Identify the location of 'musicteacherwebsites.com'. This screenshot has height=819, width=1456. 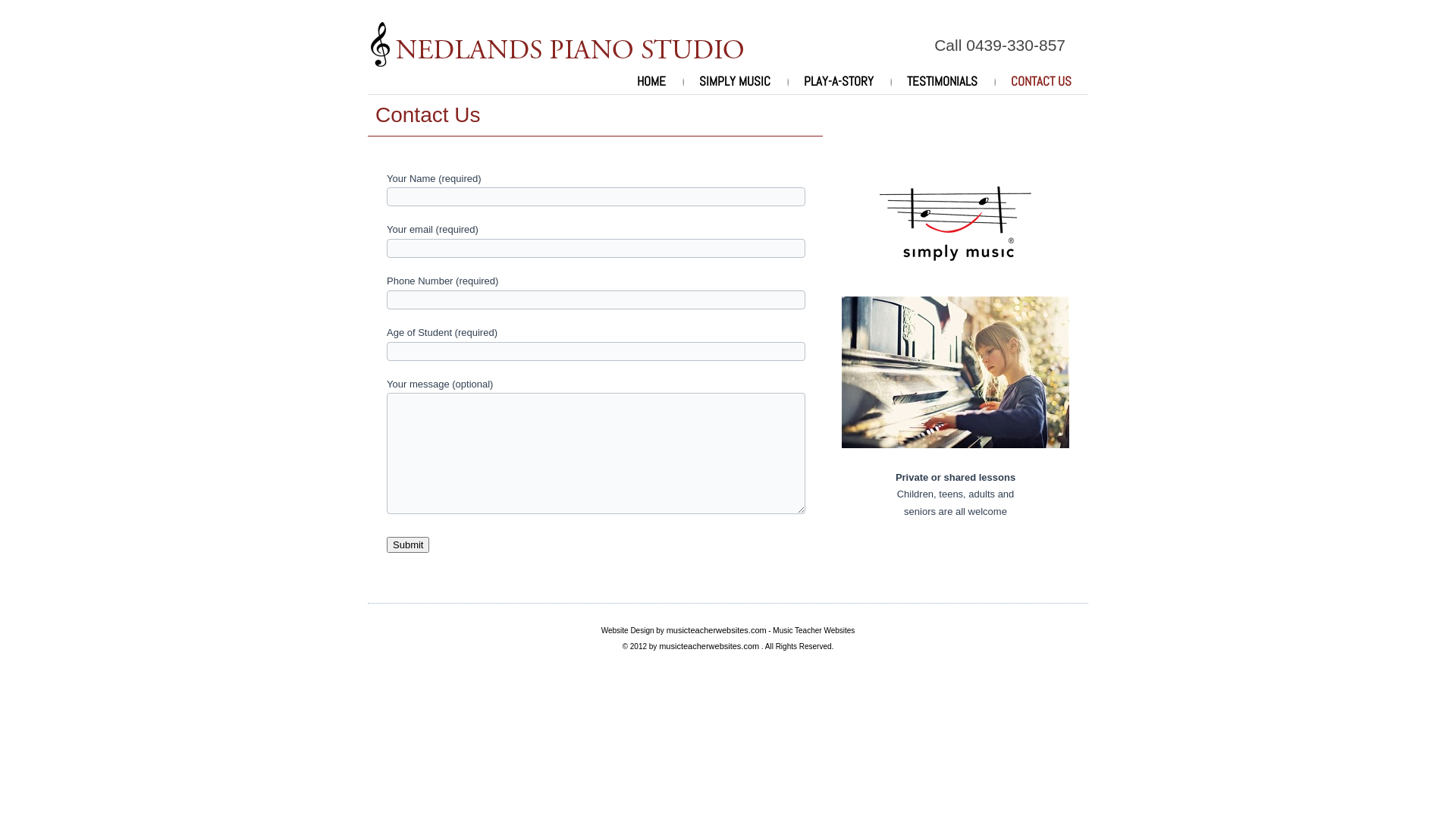
(716, 629).